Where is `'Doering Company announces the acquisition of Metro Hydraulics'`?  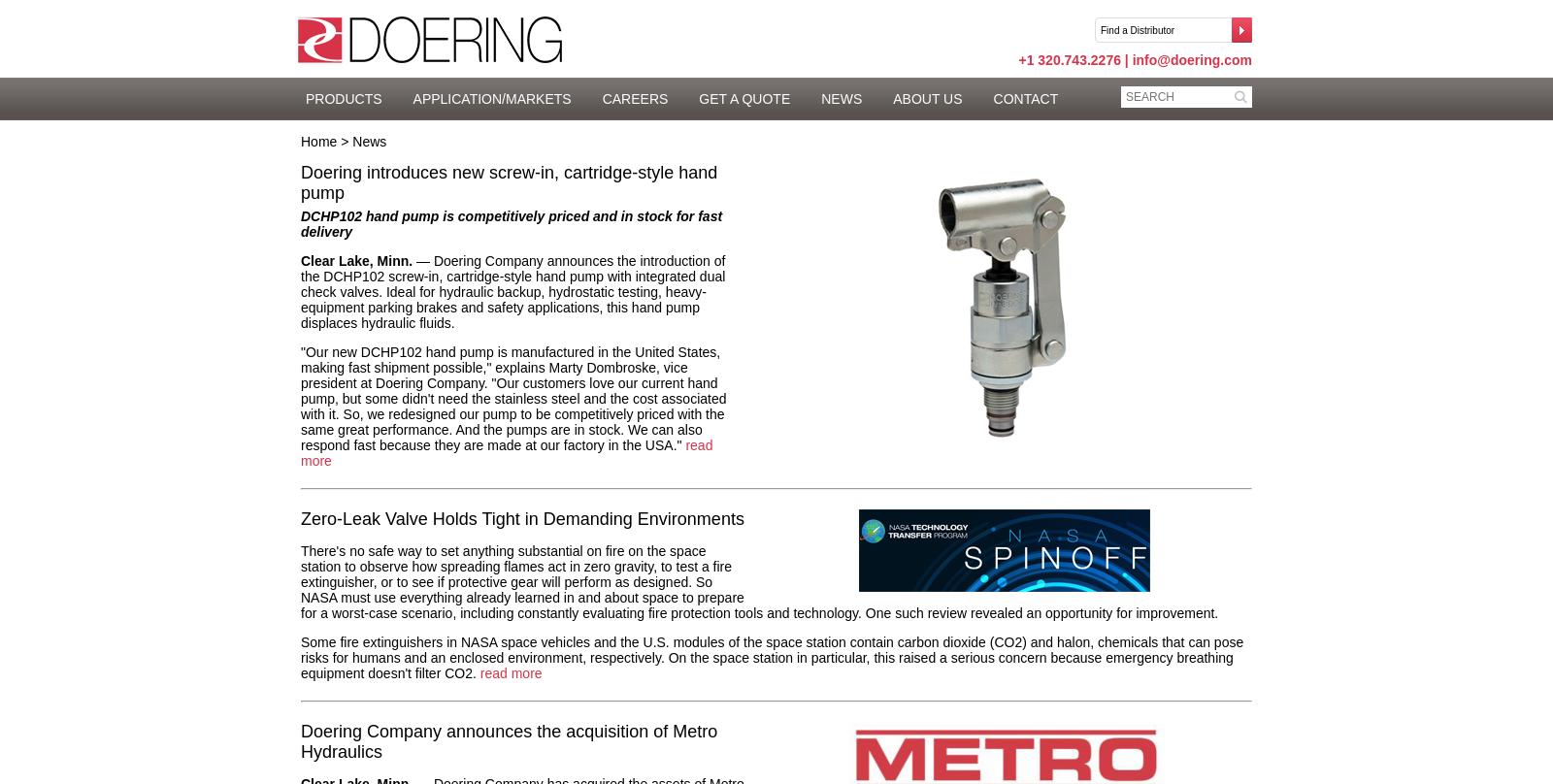 'Doering Company announces the acquisition of Metro Hydraulics' is located at coordinates (508, 740).